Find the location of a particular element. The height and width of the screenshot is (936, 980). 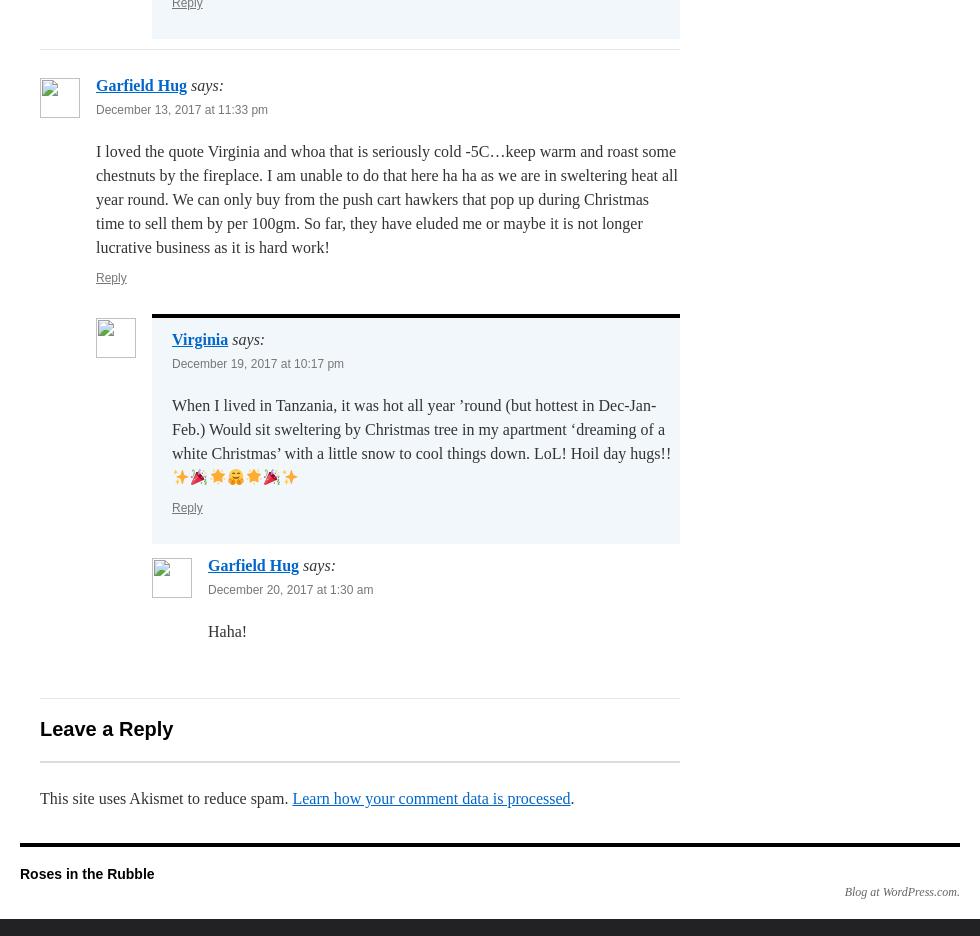

'Haha!' is located at coordinates (227, 630).